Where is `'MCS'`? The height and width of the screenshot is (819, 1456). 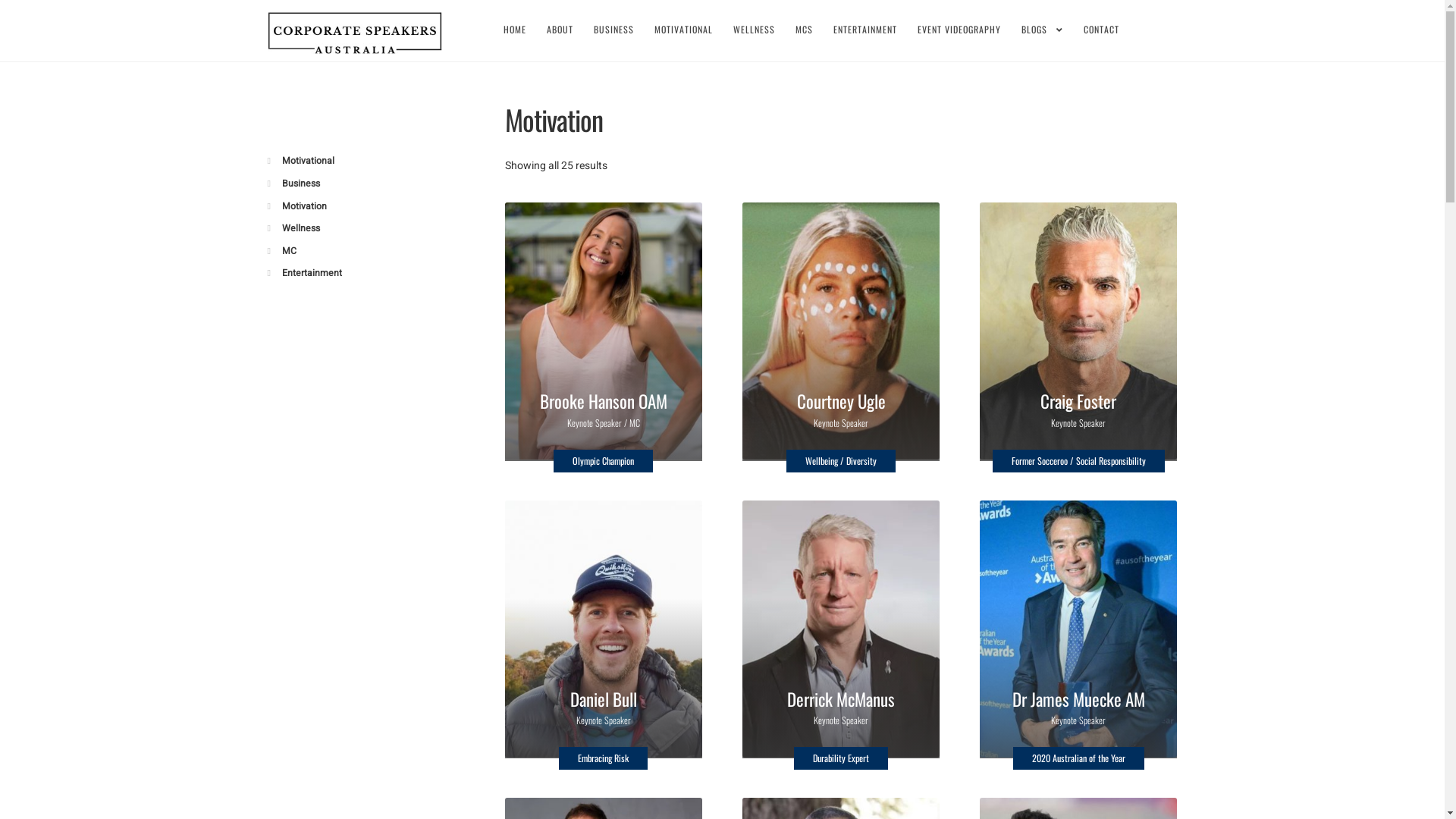 'MCS' is located at coordinates (803, 29).